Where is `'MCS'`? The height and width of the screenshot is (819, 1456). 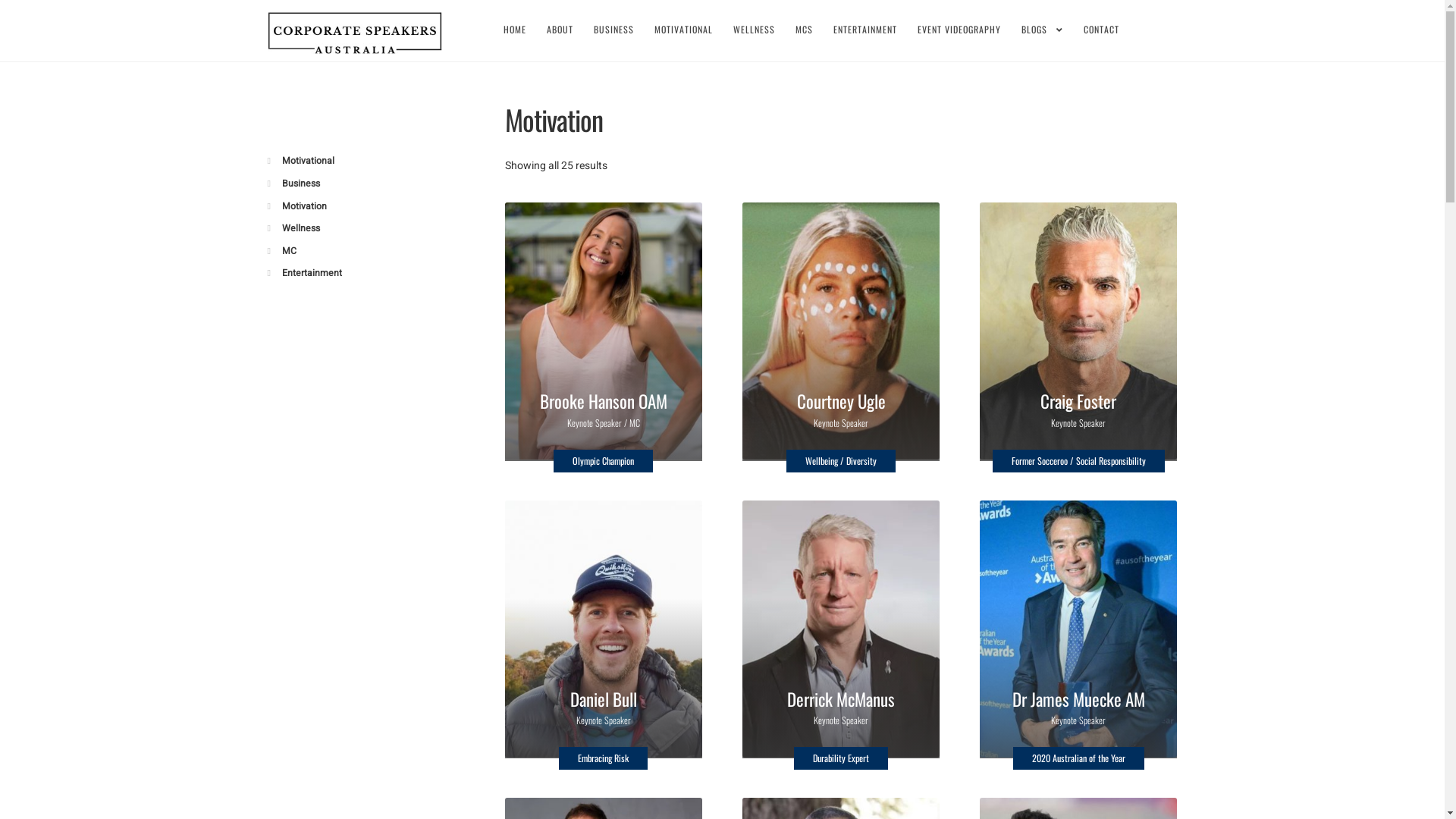 'MCS' is located at coordinates (803, 29).